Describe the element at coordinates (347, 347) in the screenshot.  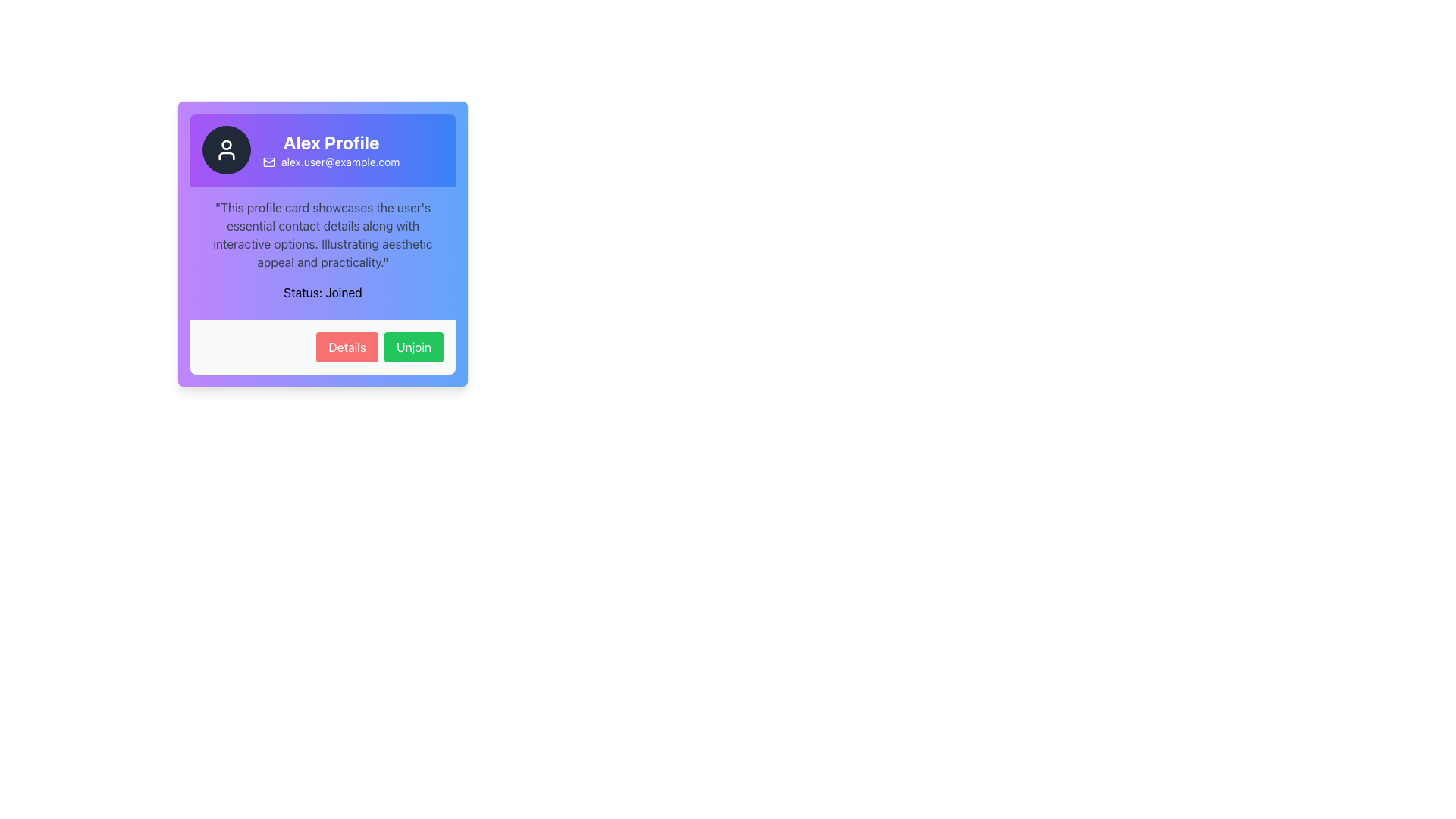
I see `the first button from the left located at the bottom of a panel with a gradient background, next to the green 'Unjoin' button` at that location.